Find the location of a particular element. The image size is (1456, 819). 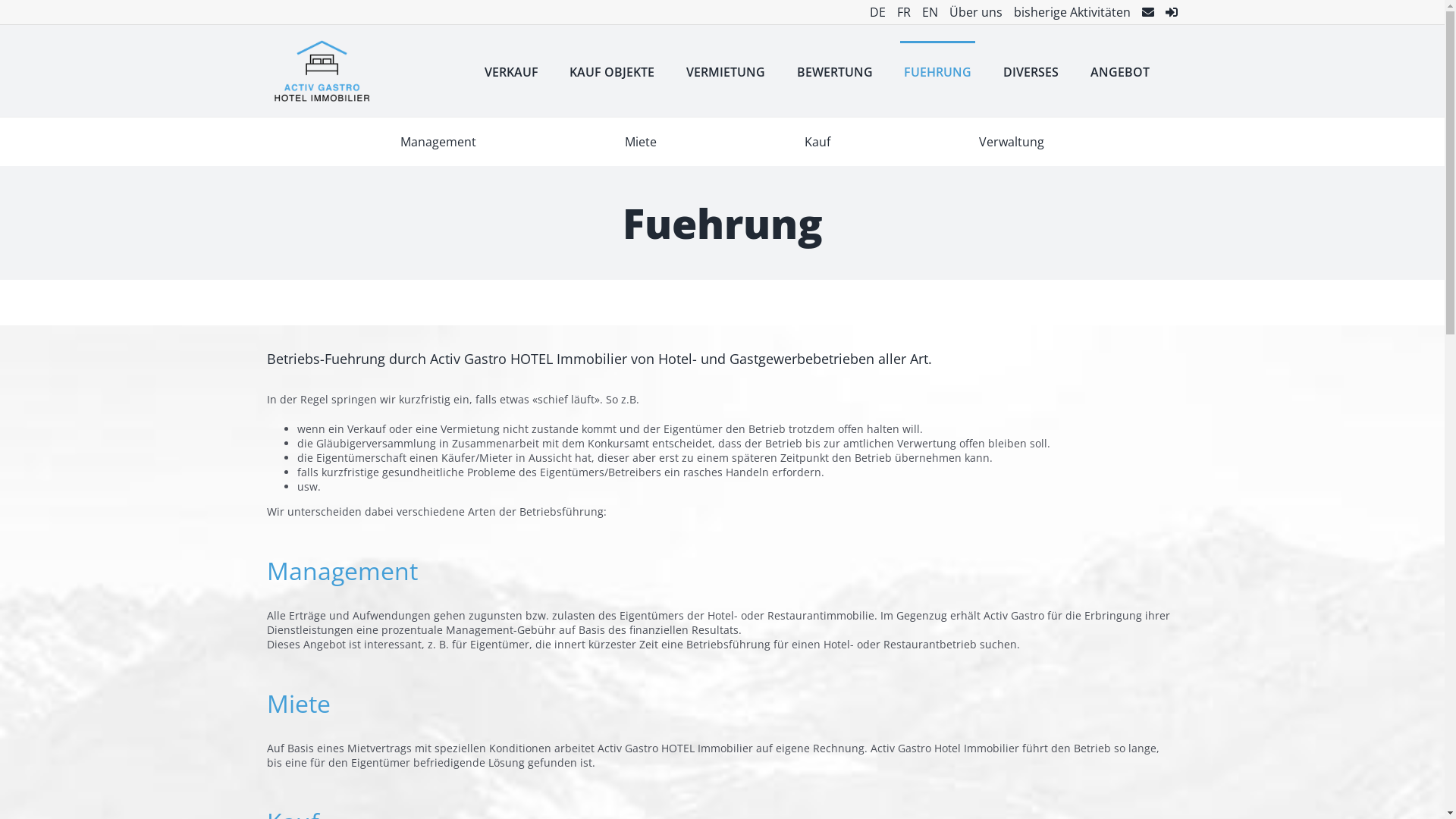

'VERKAUF' is located at coordinates (511, 71).